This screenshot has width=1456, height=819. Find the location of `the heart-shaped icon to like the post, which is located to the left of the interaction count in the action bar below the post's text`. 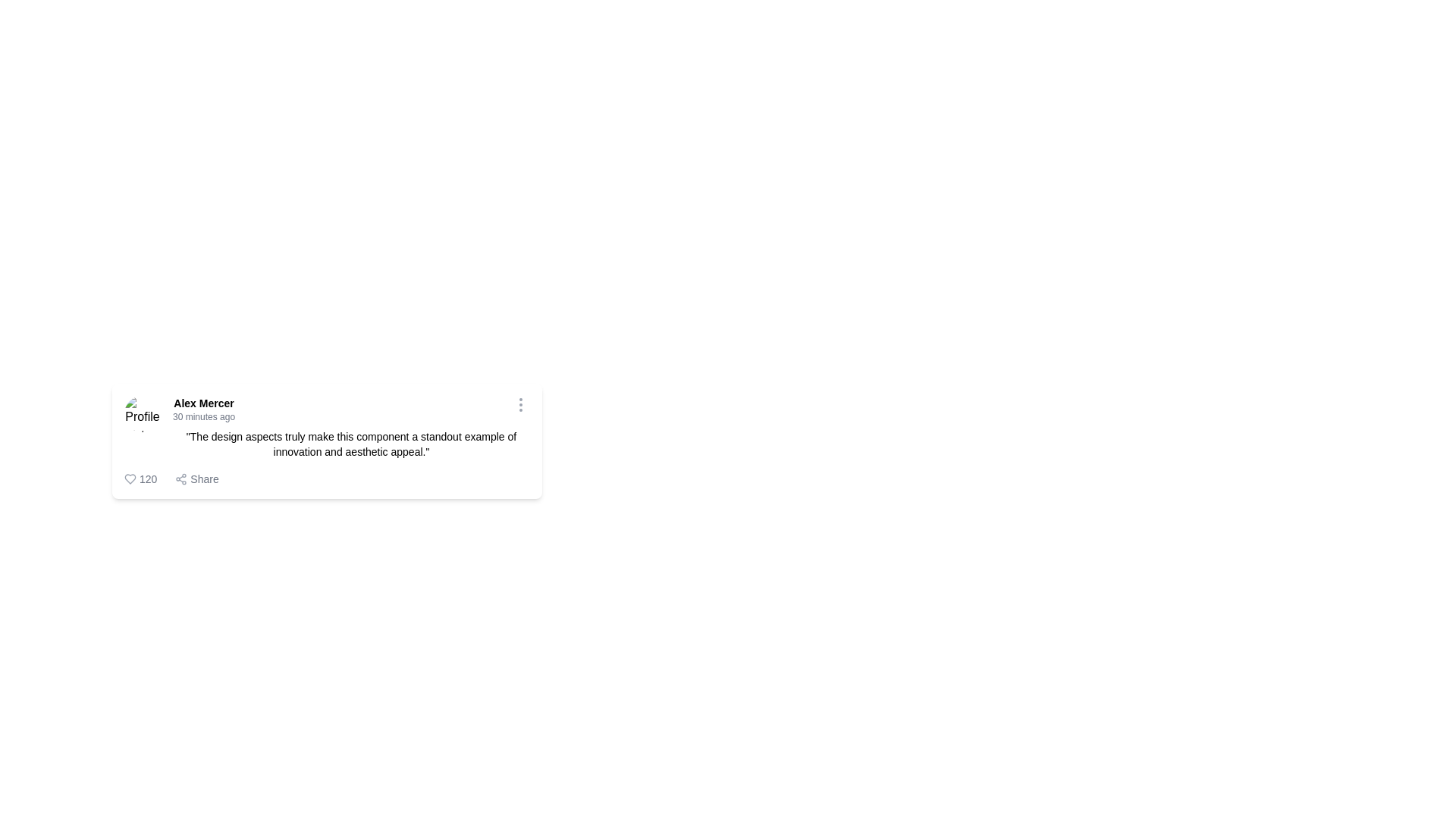

the heart-shaped icon to like the post, which is located to the left of the interaction count in the action bar below the post's text is located at coordinates (130, 479).